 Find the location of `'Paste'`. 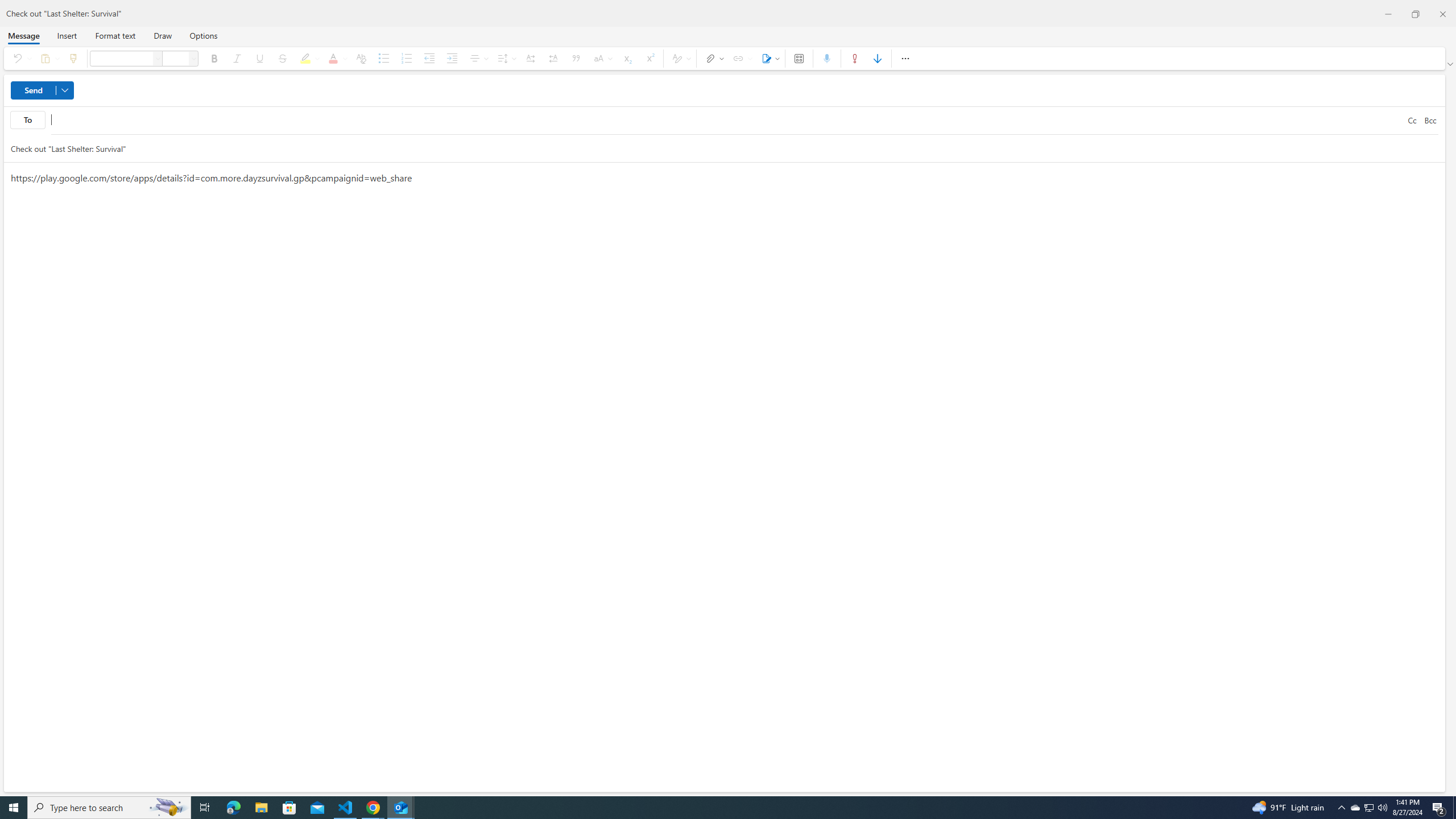

'Paste' is located at coordinates (47, 58).